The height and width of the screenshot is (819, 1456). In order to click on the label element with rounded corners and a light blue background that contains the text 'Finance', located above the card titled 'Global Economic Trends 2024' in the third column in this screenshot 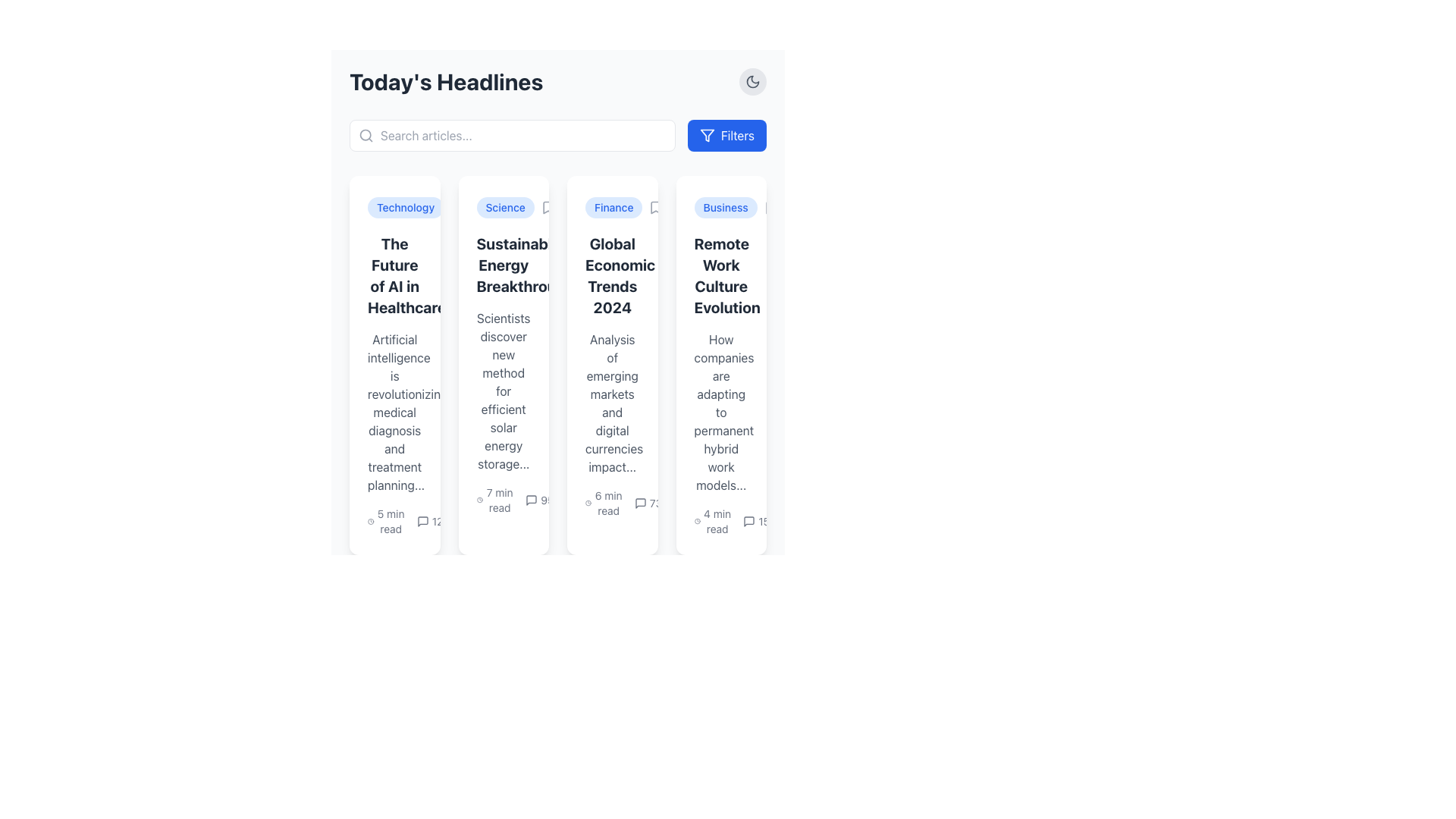, I will do `click(612, 207)`.